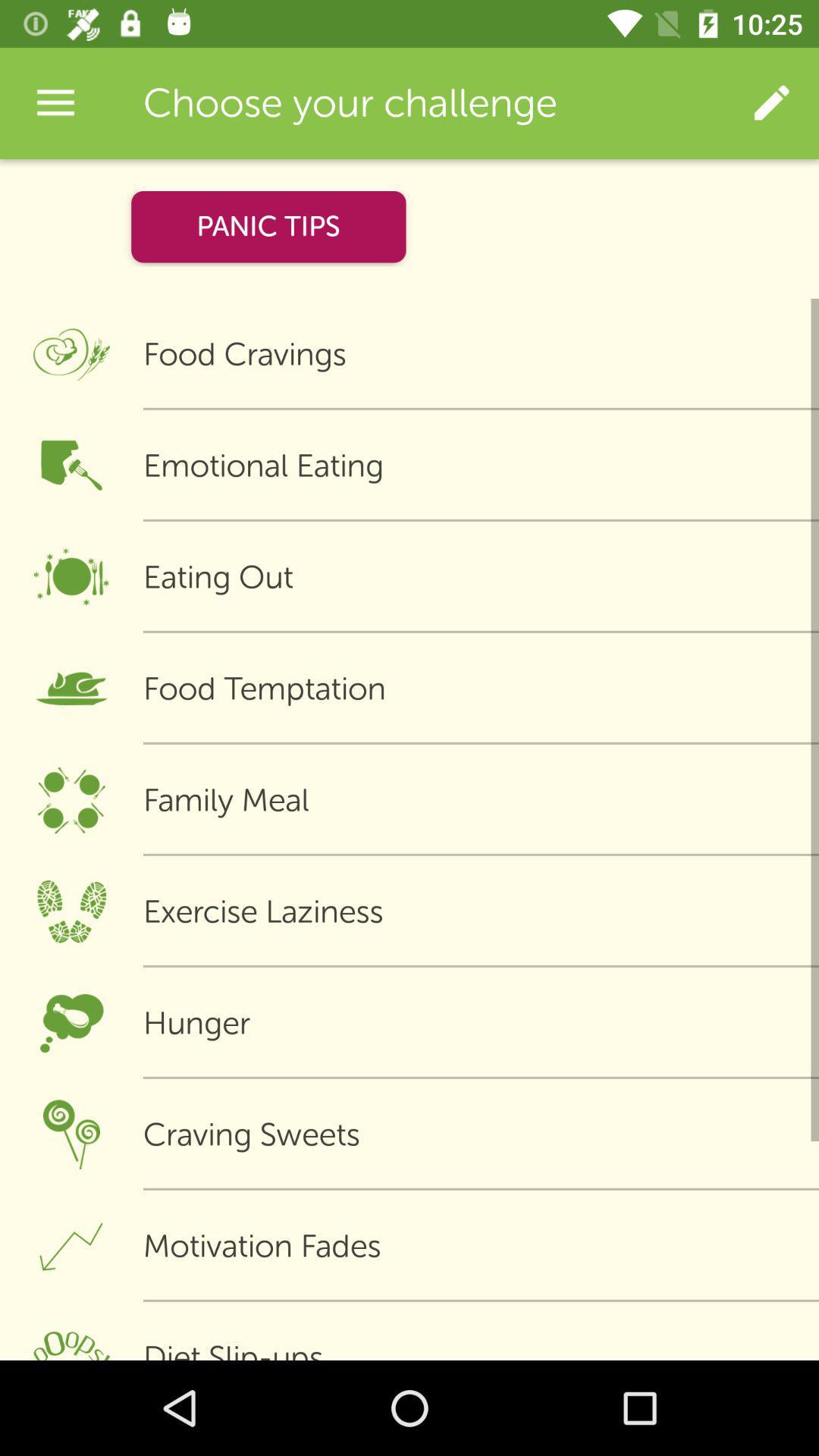 Image resolution: width=819 pixels, height=1456 pixels. I want to click on the icon on left to the button craving sweets on the web page, so click(71, 1134).